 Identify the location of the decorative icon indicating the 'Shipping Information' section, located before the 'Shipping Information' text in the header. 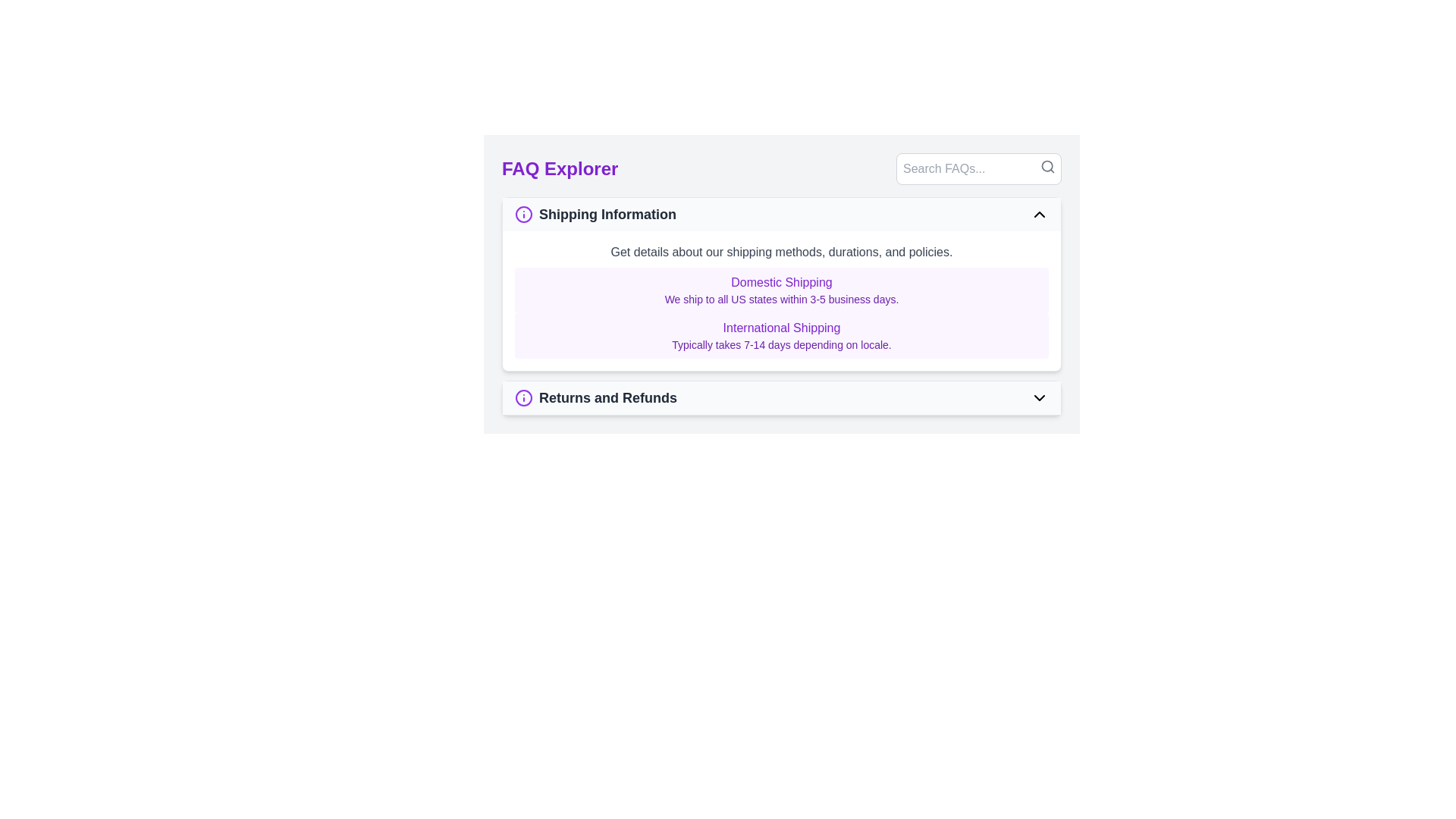
(524, 214).